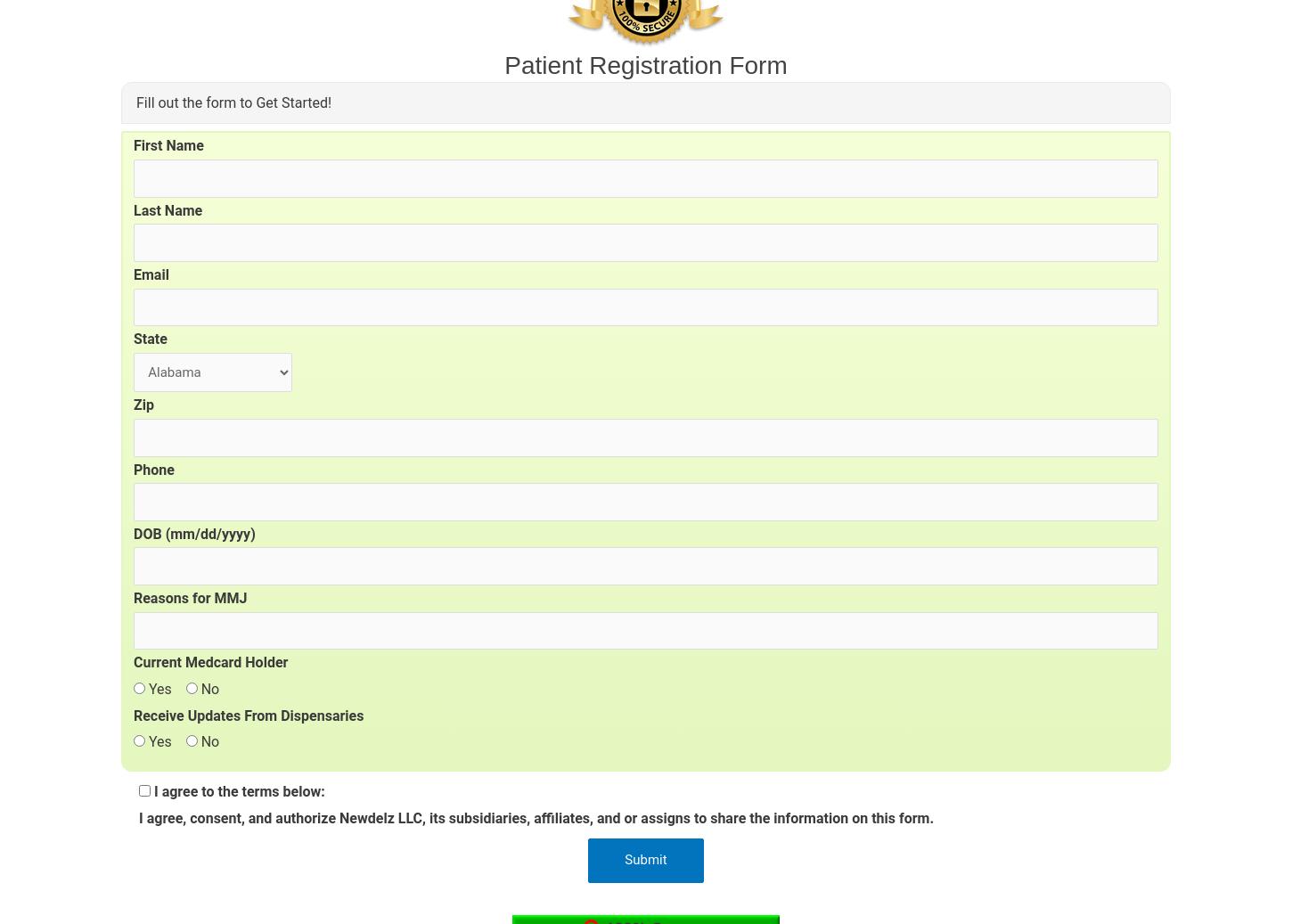 The height and width of the screenshot is (924, 1292). I want to click on 'Patient Registration Form', so click(644, 63).